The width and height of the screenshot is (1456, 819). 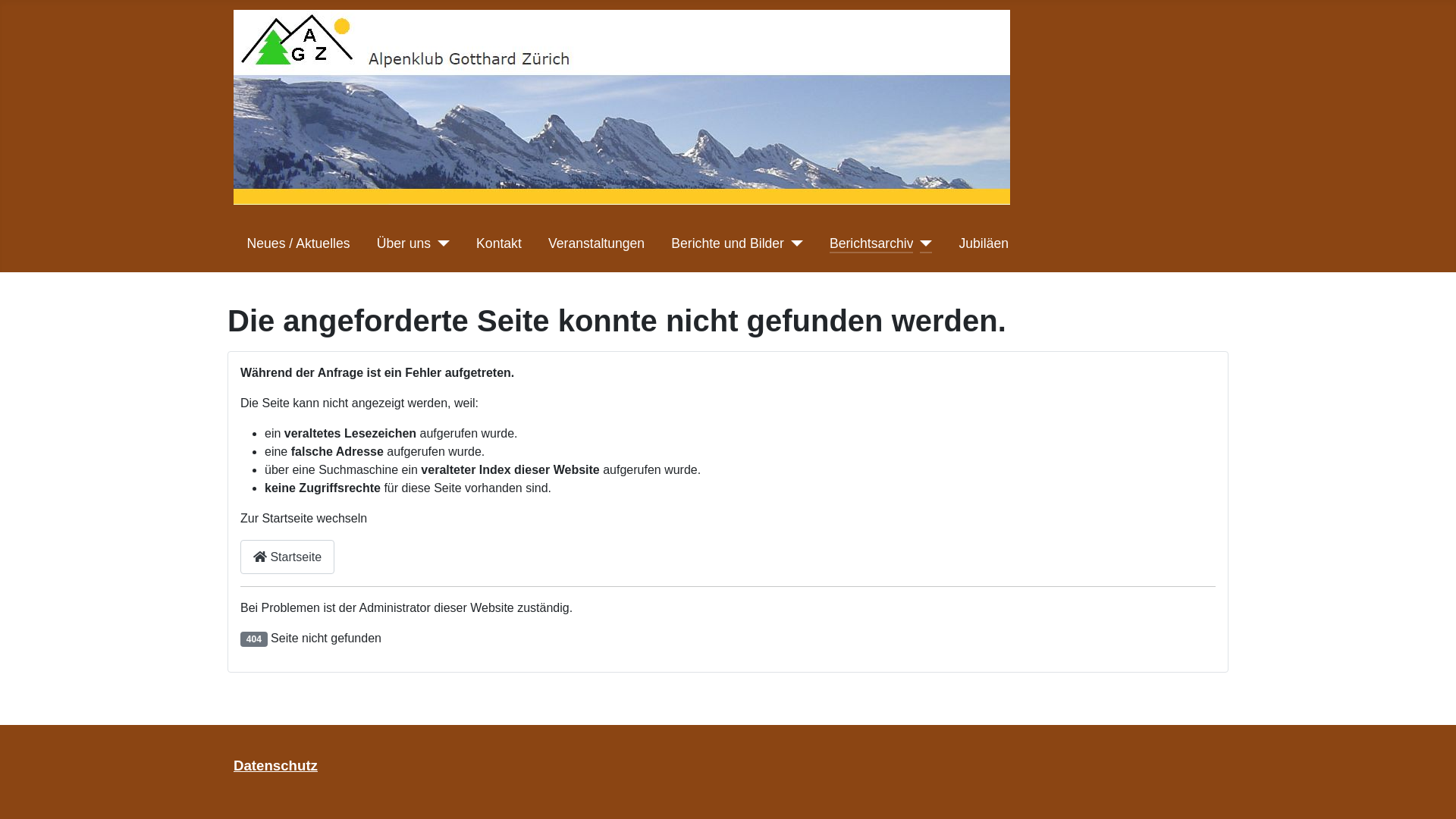 I want to click on 'Neues / Aktuelles', so click(x=298, y=242).